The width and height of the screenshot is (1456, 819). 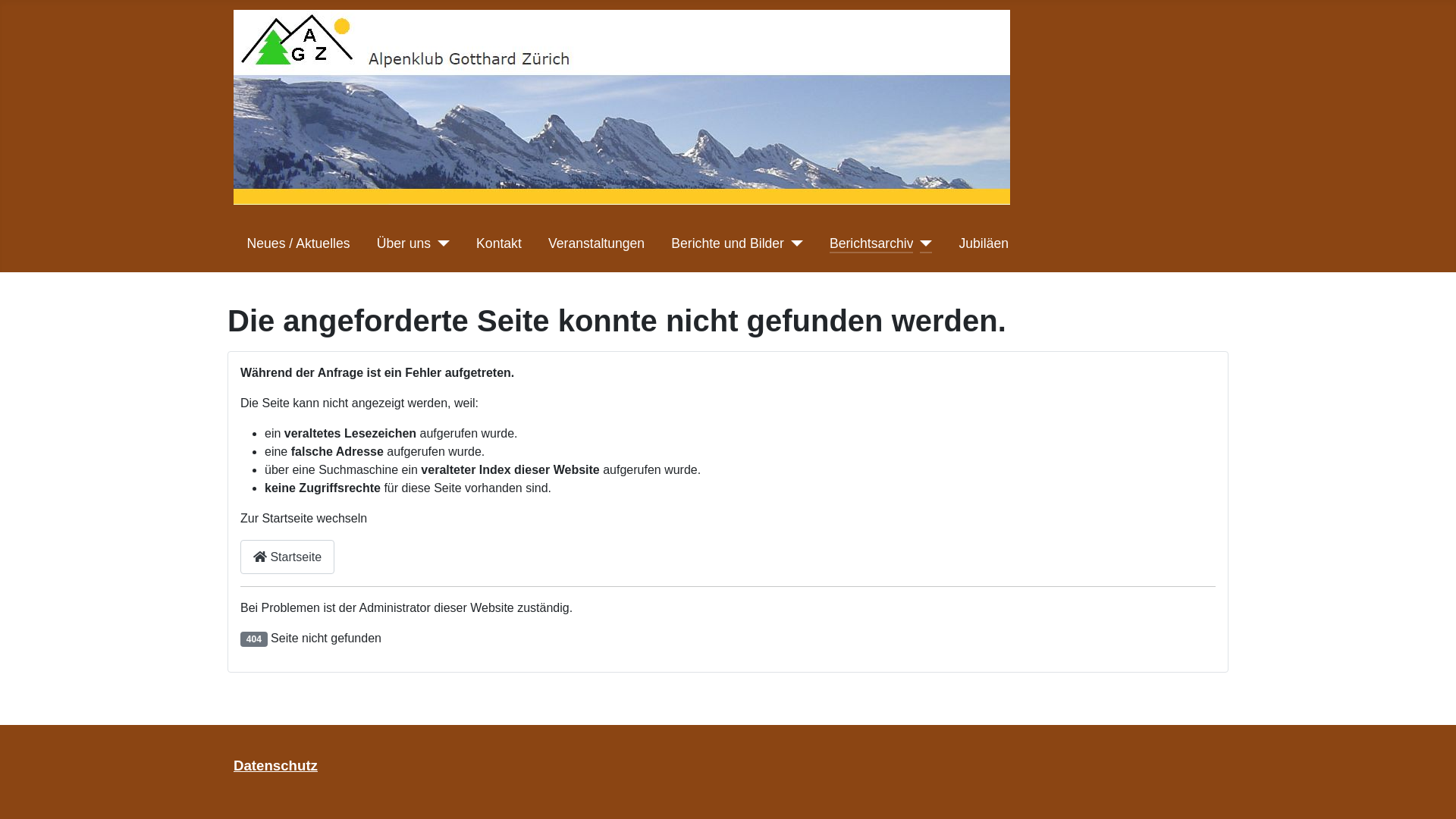 I want to click on 'Neues / Aktuelles', so click(x=298, y=242).